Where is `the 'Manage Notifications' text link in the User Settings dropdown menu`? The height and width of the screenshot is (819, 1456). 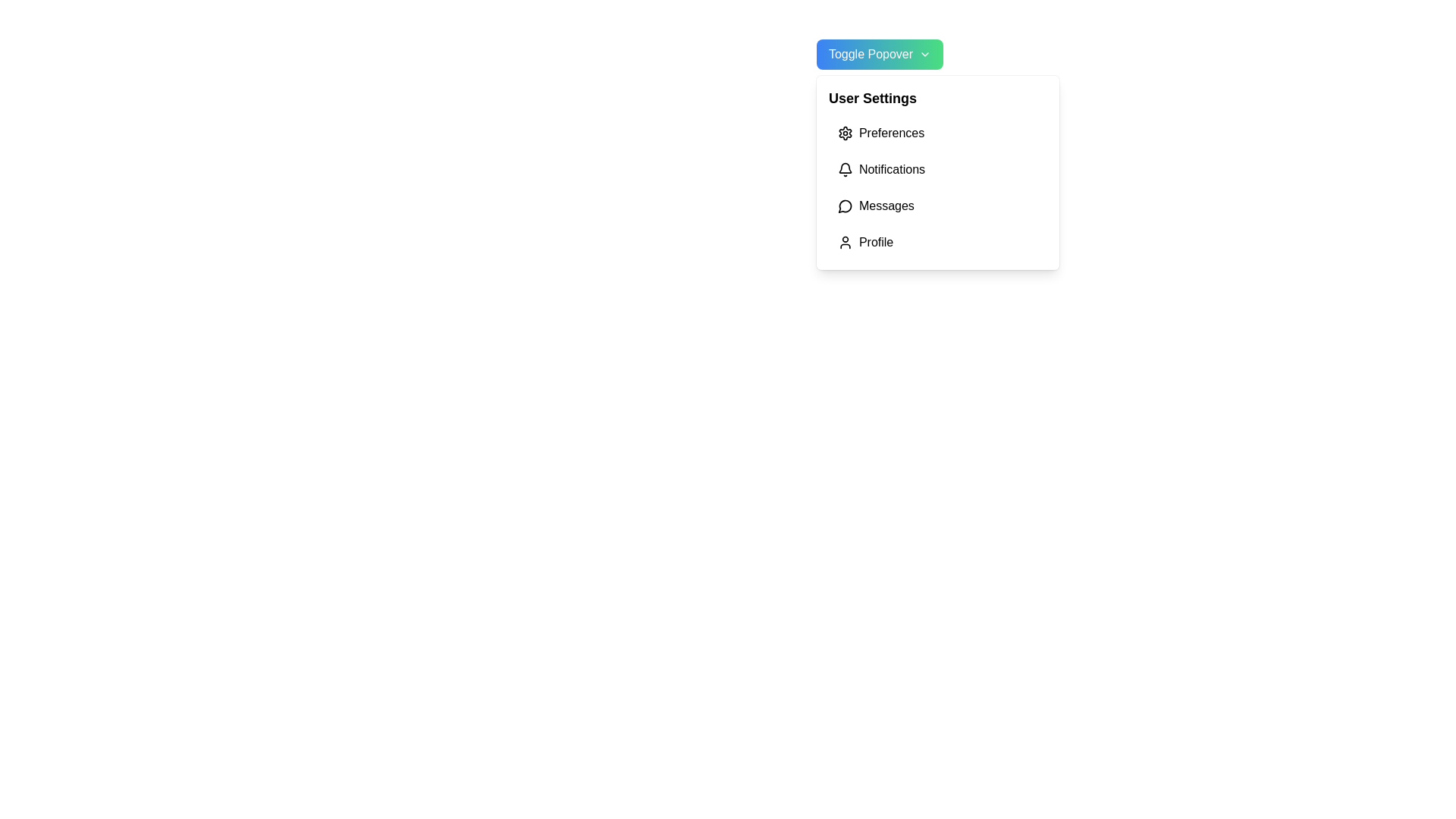 the 'Manage Notifications' text link in the User Settings dropdown menu is located at coordinates (892, 169).